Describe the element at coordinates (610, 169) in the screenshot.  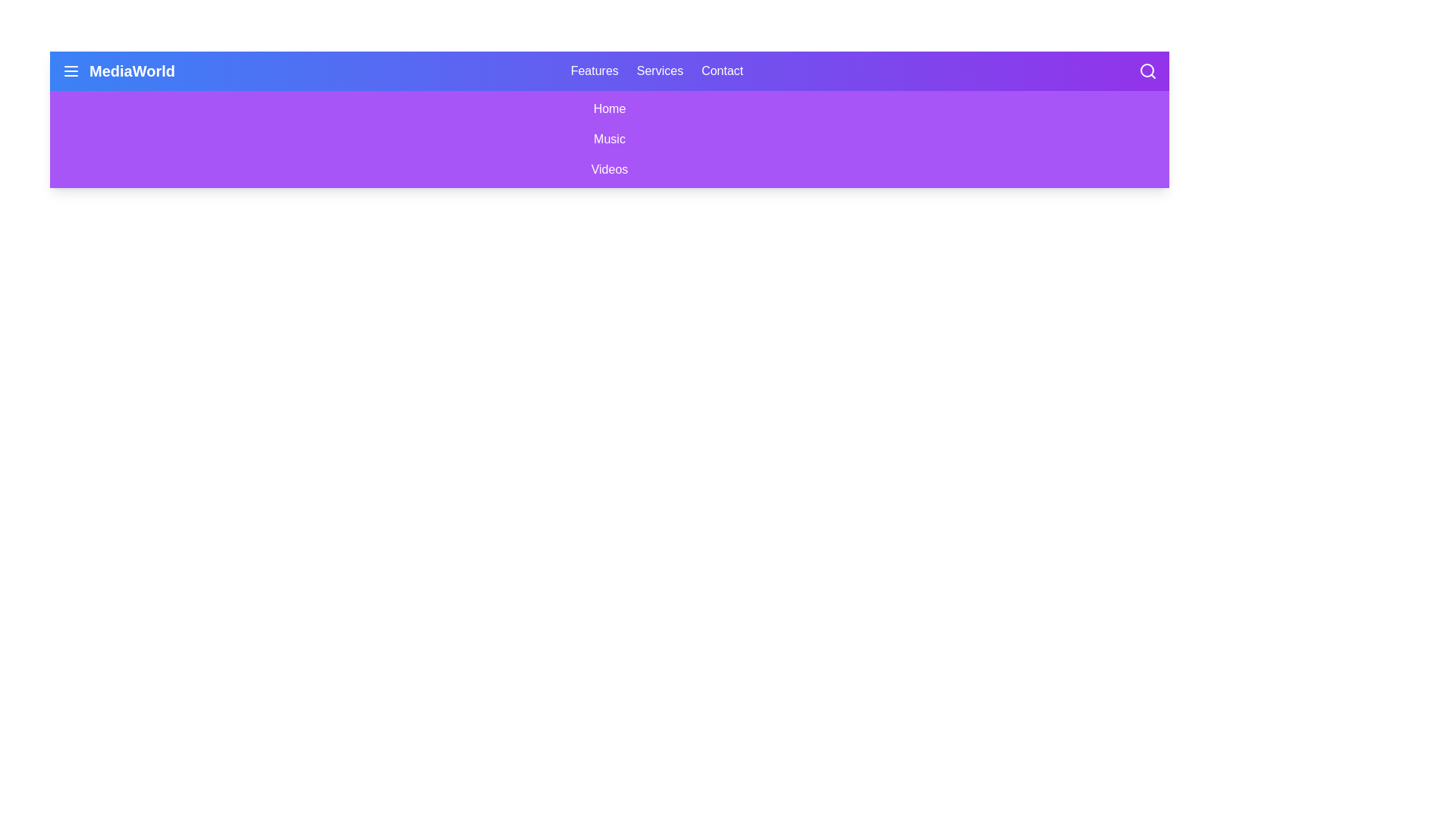
I see `the 'Videos' navigation button` at that location.